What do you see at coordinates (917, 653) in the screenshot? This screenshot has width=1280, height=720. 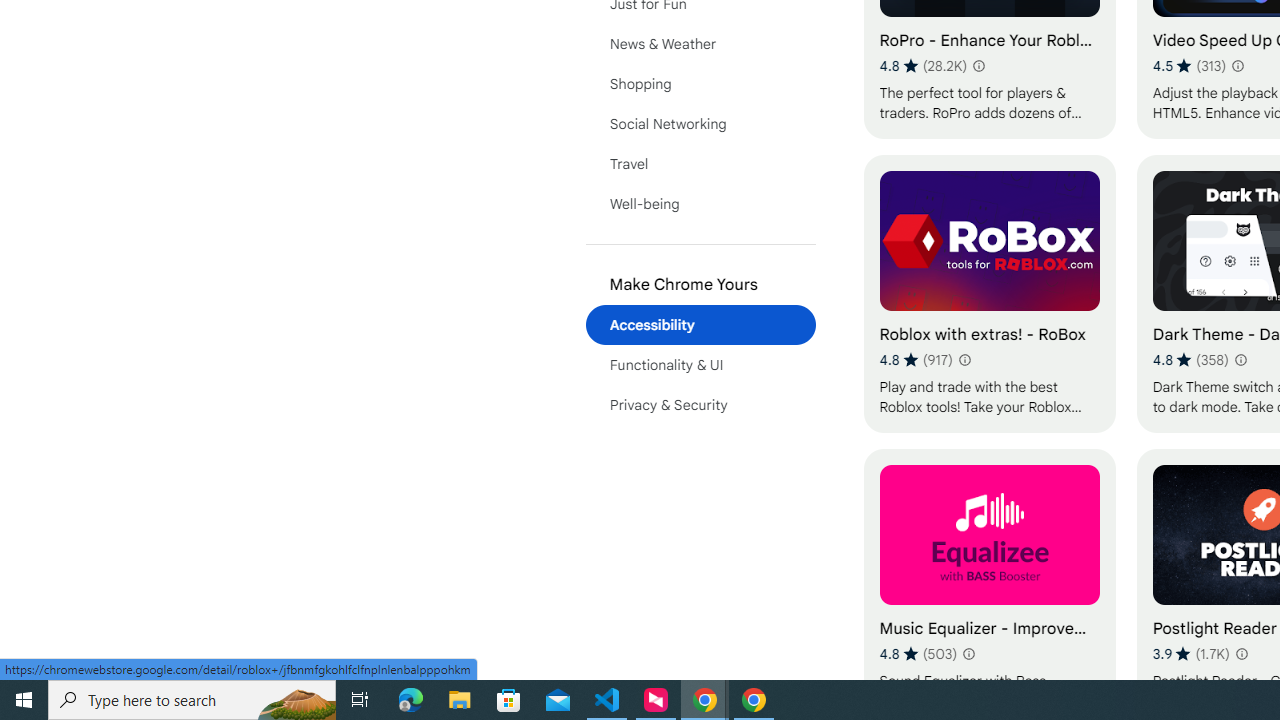 I see `'Average rating 4.8 out of 5 stars. 503 ratings.'` at bounding box center [917, 653].